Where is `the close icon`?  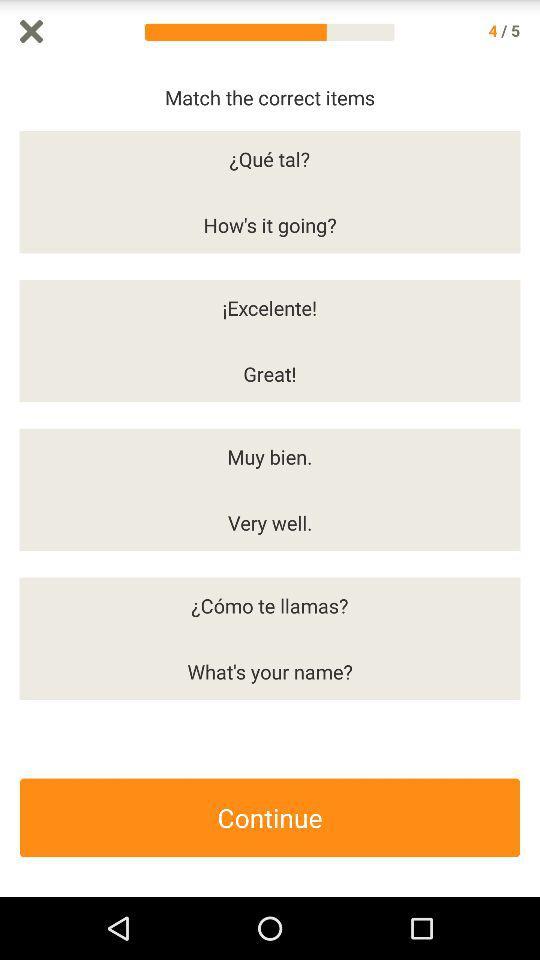 the close icon is located at coordinates (30, 32).